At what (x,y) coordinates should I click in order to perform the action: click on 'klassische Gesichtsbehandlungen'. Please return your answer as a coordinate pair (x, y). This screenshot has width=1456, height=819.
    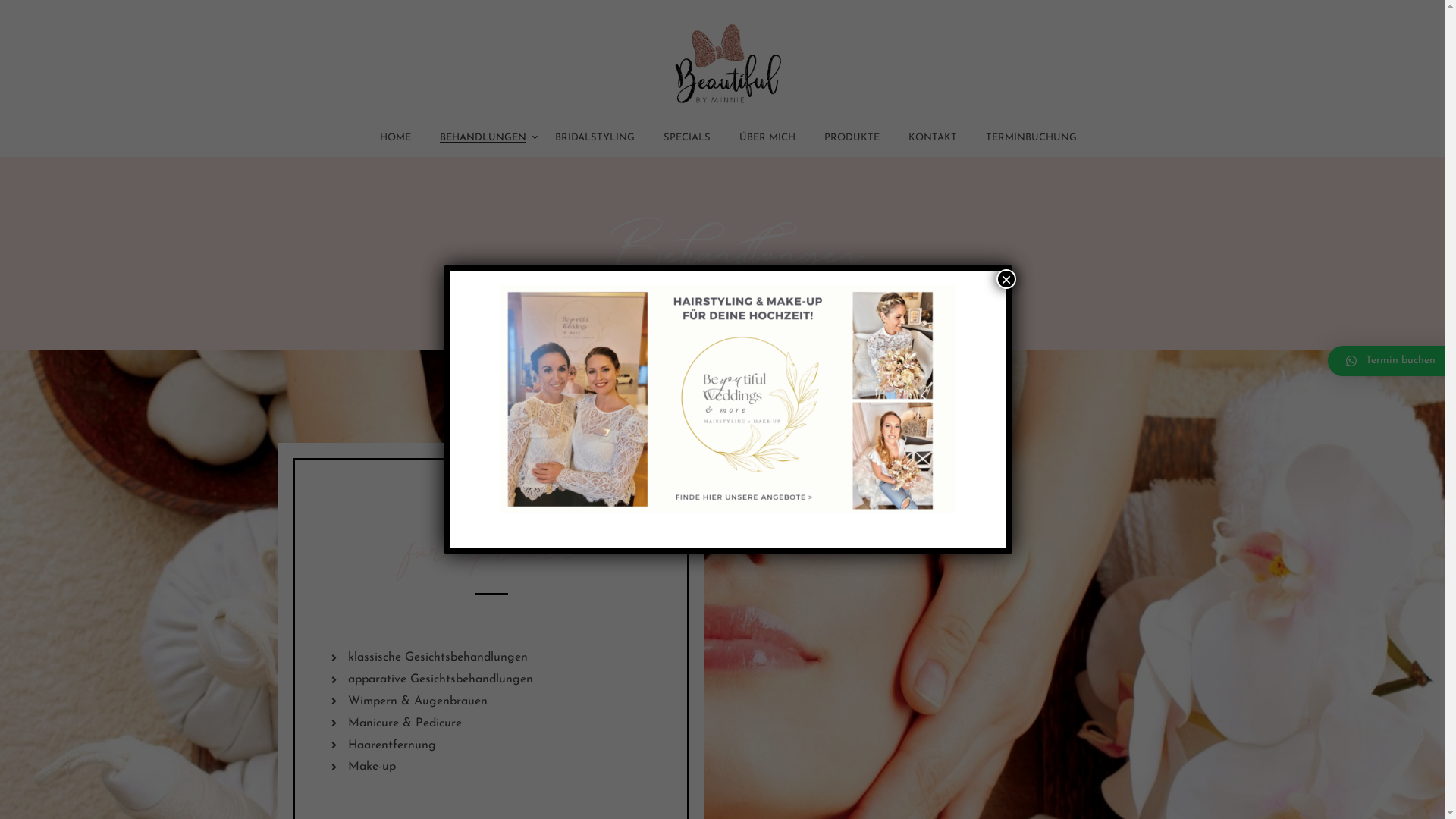
    Looking at the image, I should click on (491, 657).